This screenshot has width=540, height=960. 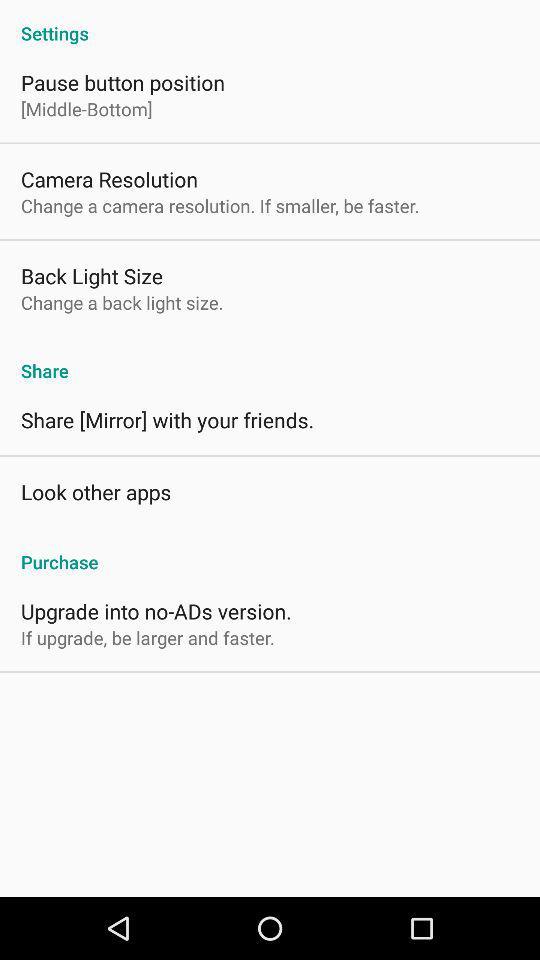 What do you see at coordinates (166, 419) in the screenshot?
I see `the item above look other apps app` at bounding box center [166, 419].